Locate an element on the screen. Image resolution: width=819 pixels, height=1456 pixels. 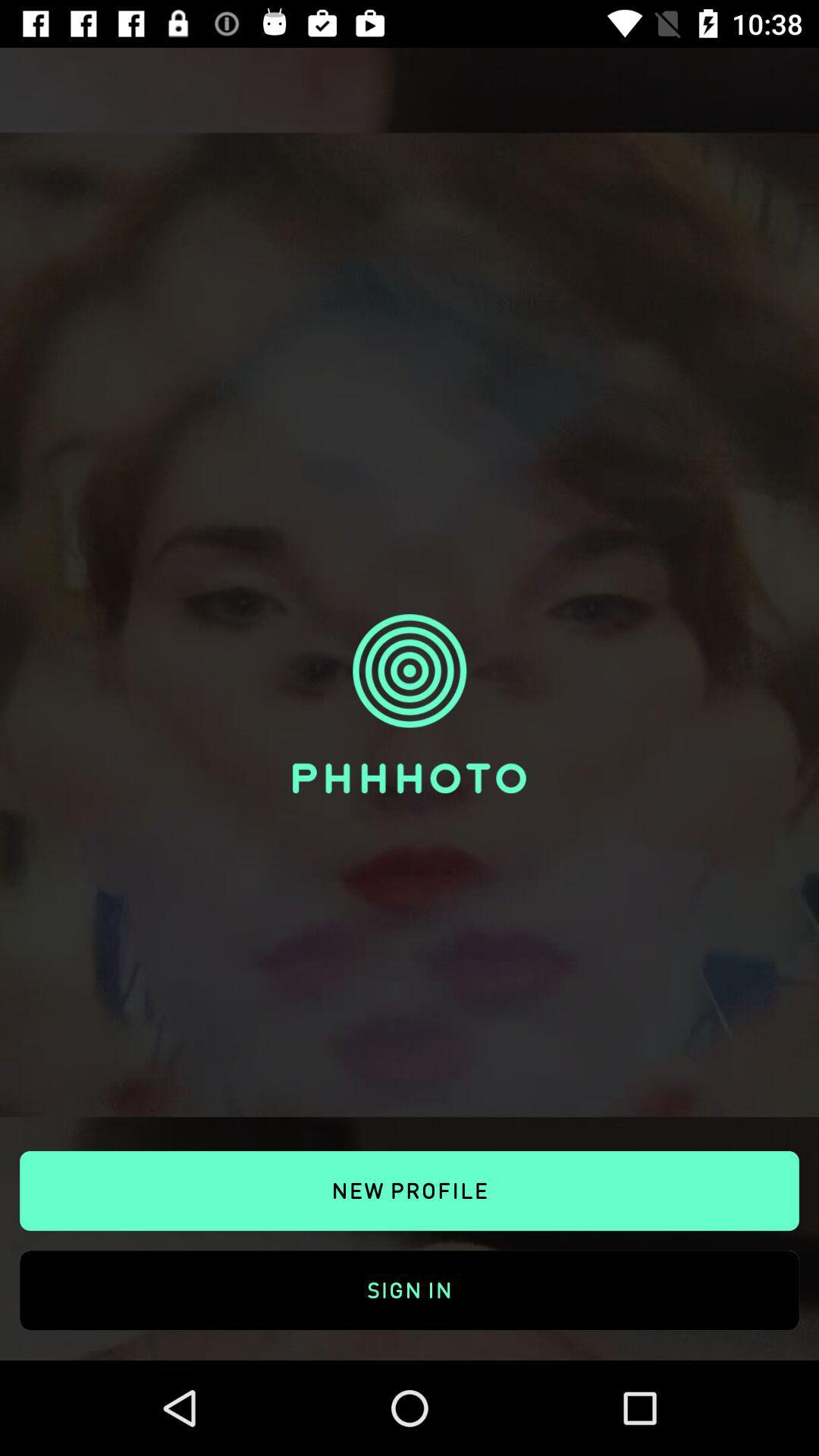
tap to sign in is located at coordinates (409, 1273).